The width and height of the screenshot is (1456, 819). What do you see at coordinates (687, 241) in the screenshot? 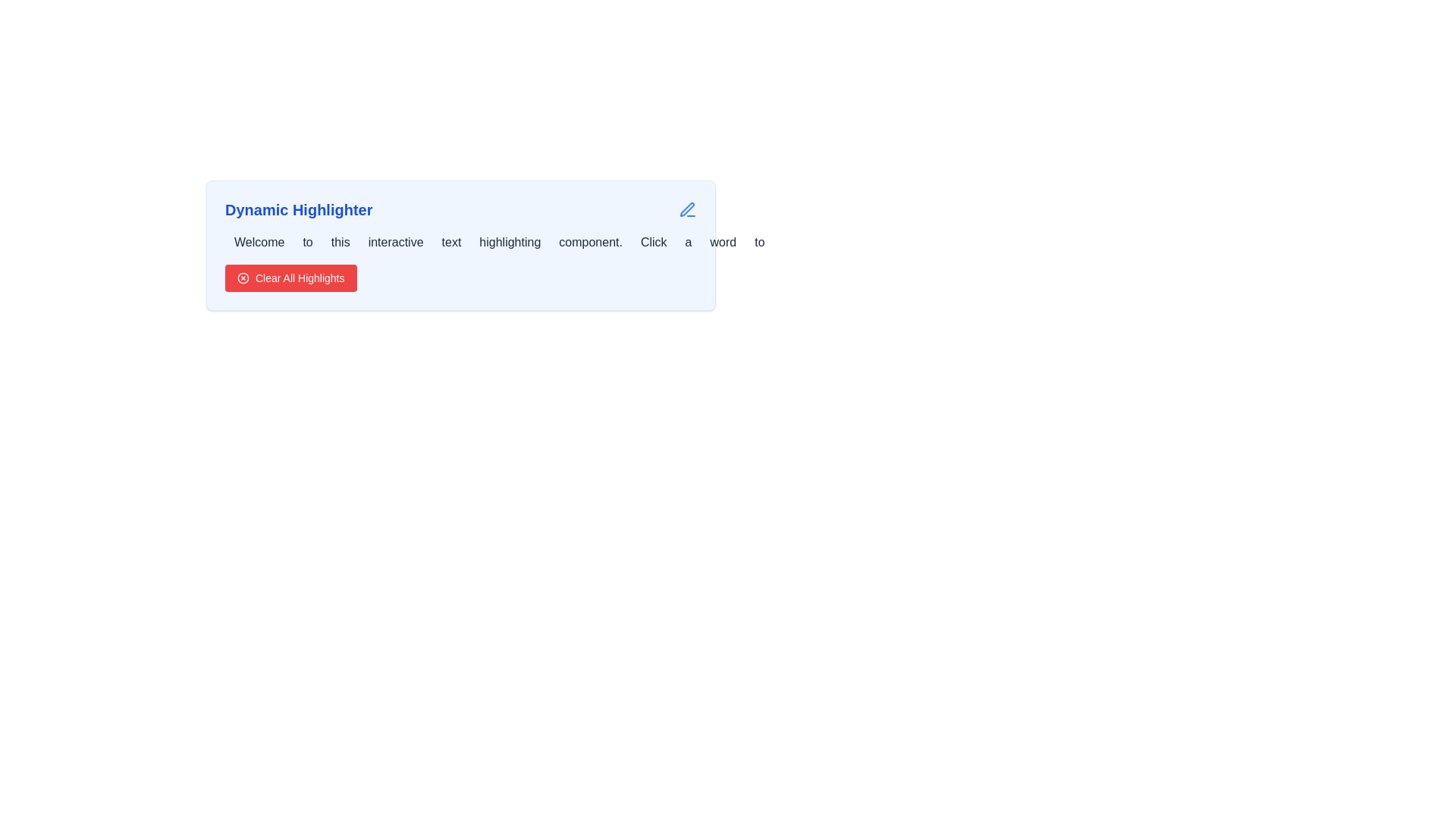
I see `the interactive text word, which is the 9th word in the sentence under the 'Dynamic Highlighter' header, to potentially highlight or select it` at bounding box center [687, 241].